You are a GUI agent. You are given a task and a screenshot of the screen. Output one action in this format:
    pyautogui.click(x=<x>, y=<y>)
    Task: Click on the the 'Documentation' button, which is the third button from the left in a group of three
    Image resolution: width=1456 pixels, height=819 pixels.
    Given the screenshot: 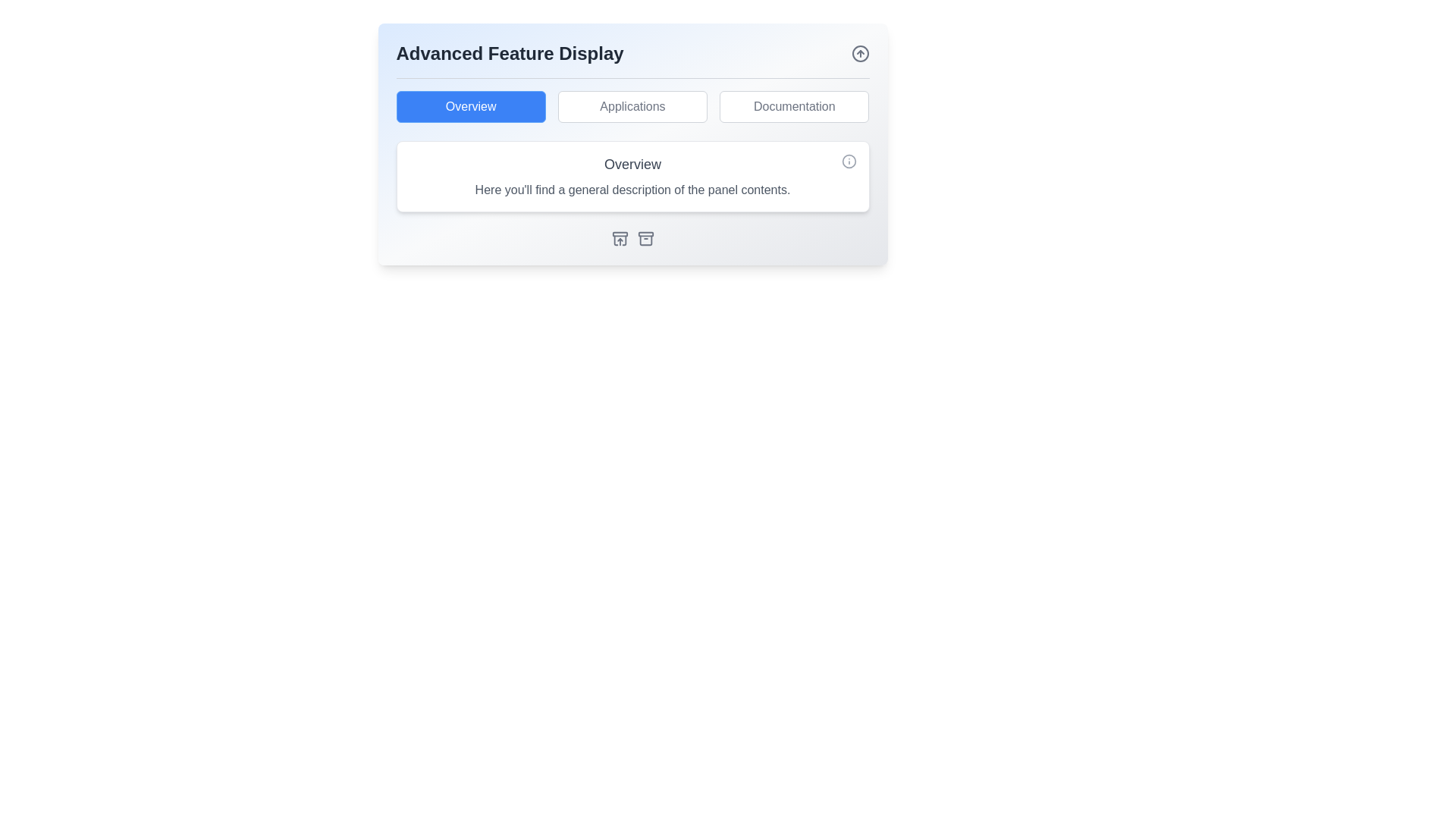 What is the action you would take?
    pyautogui.click(x=793, y=106)
    